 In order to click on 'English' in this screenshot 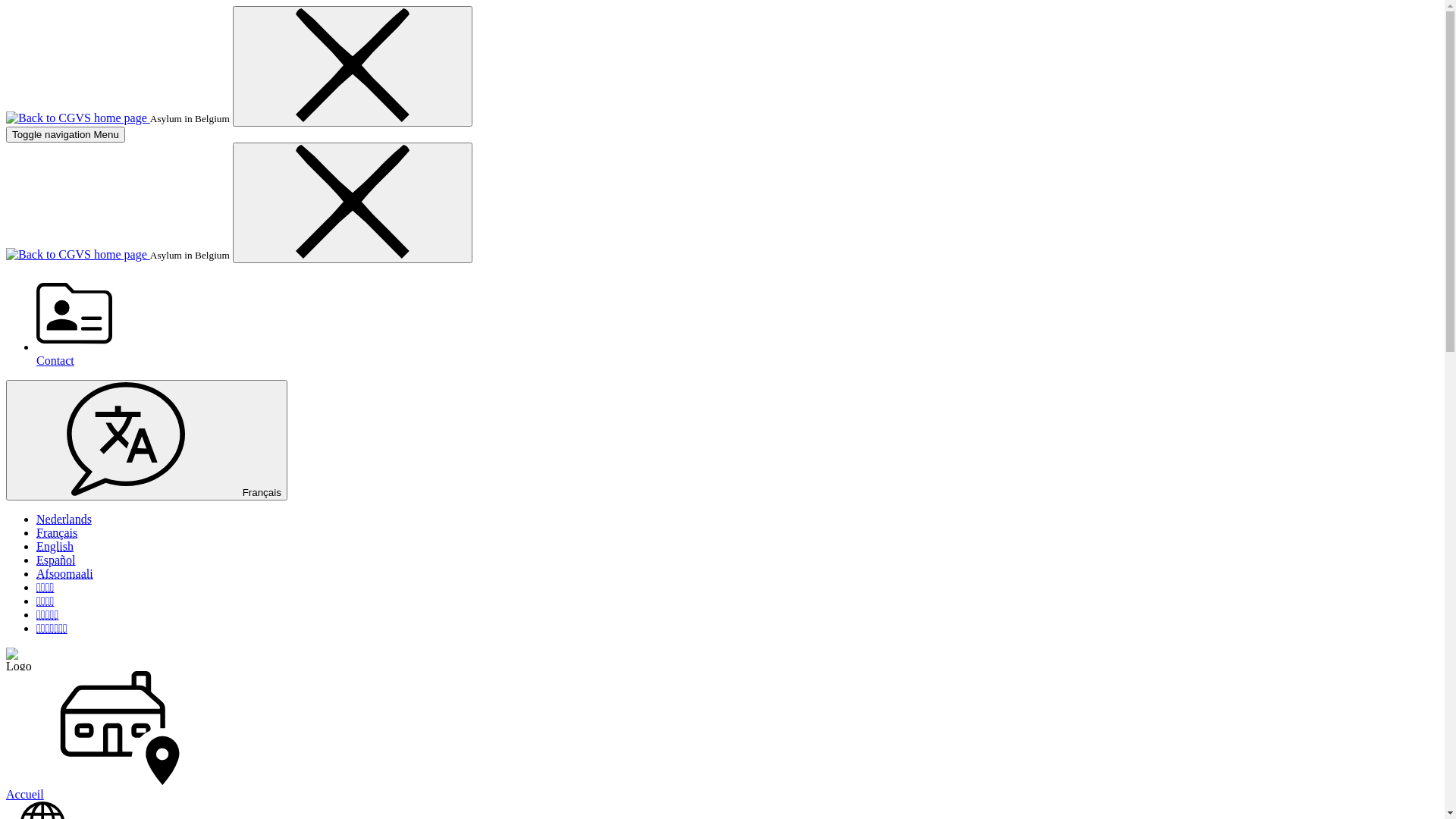, I will do `click(55, 546)`.